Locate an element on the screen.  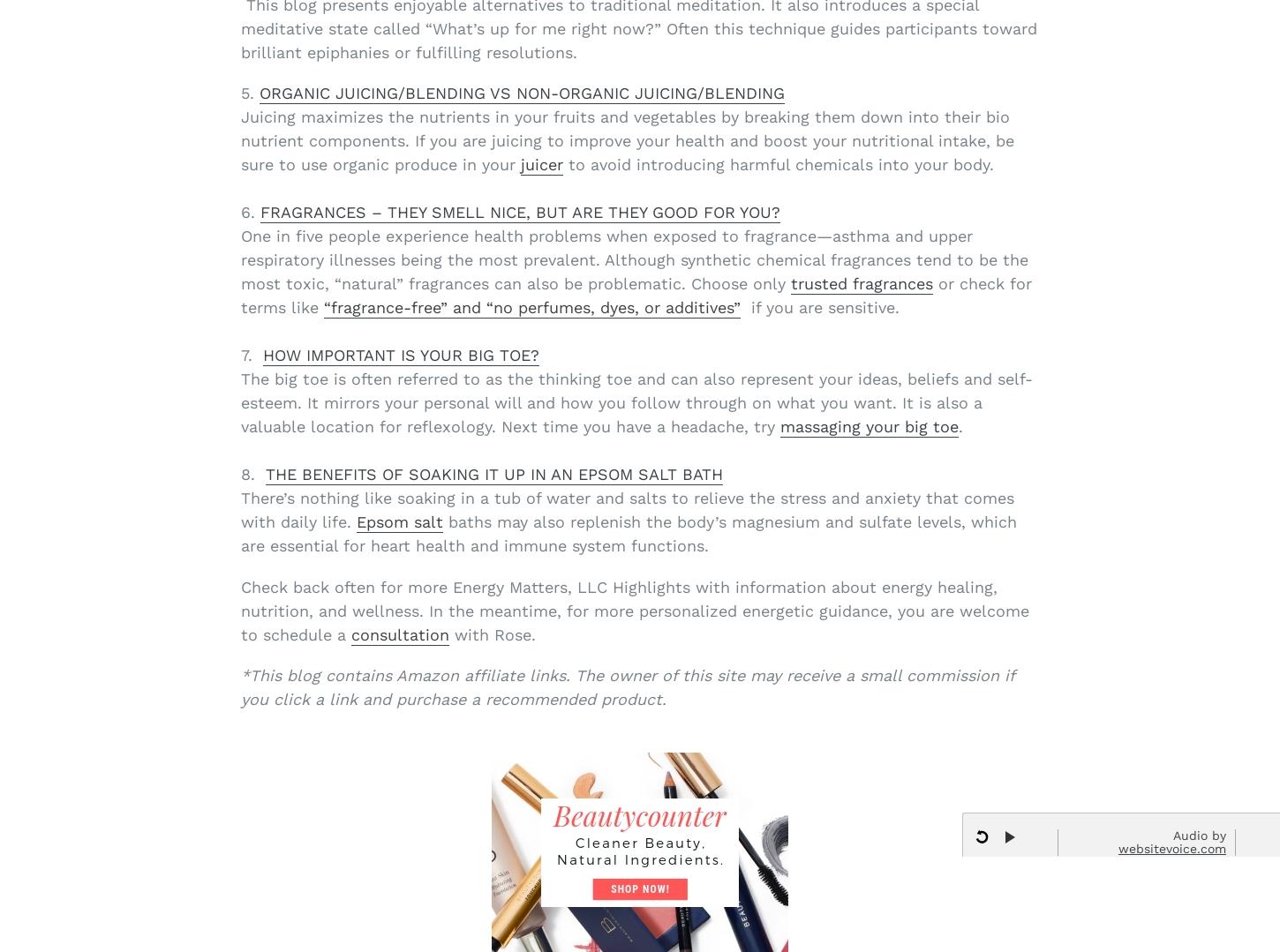
'.' is located at coordinates (959, 425).